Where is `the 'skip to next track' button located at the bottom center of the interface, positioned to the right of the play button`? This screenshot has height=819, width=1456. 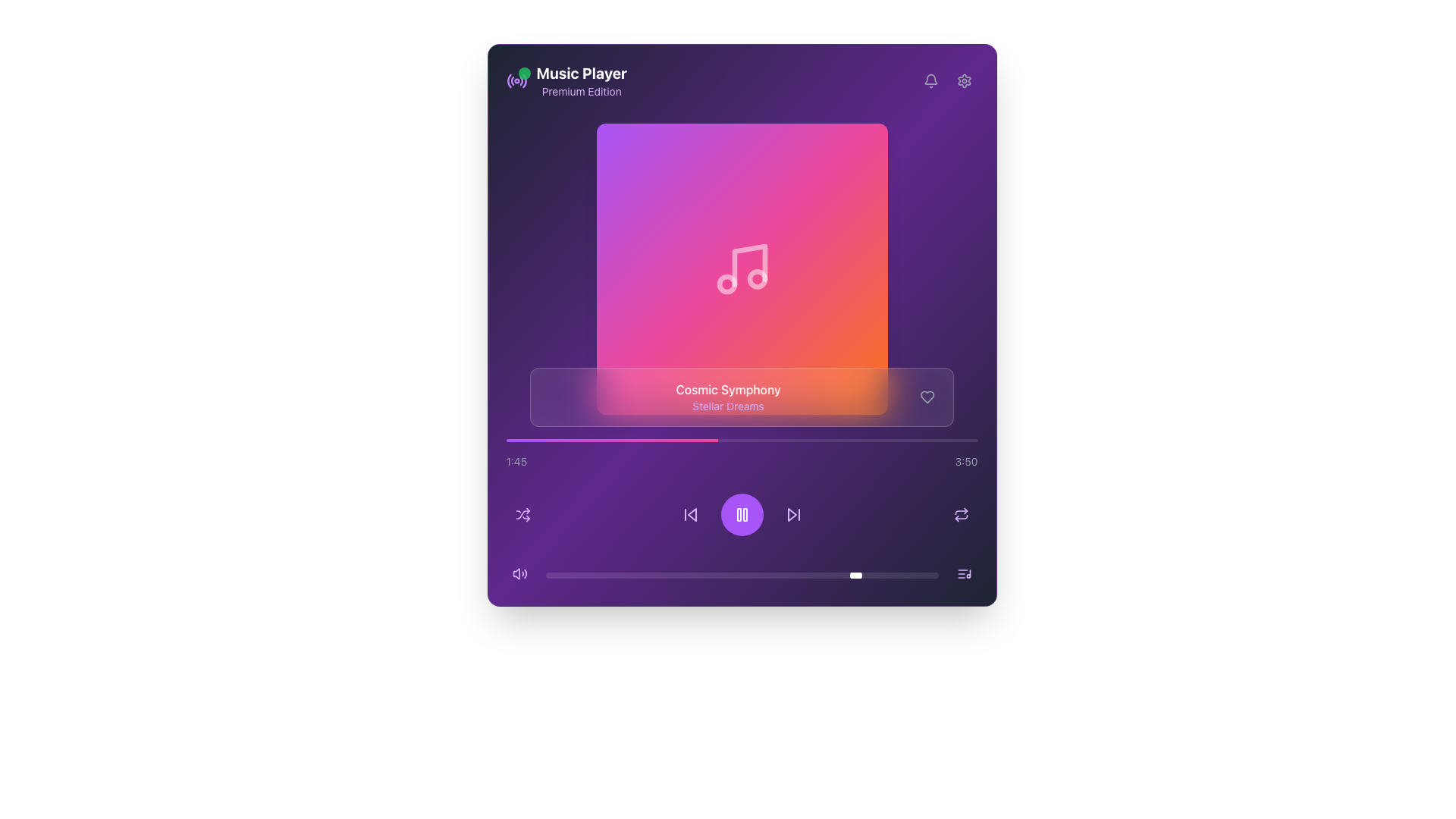
the 'skip to next track' button located at the bottom center of the interface, positioned to the right of the play button is located at coordinates (792, 513).